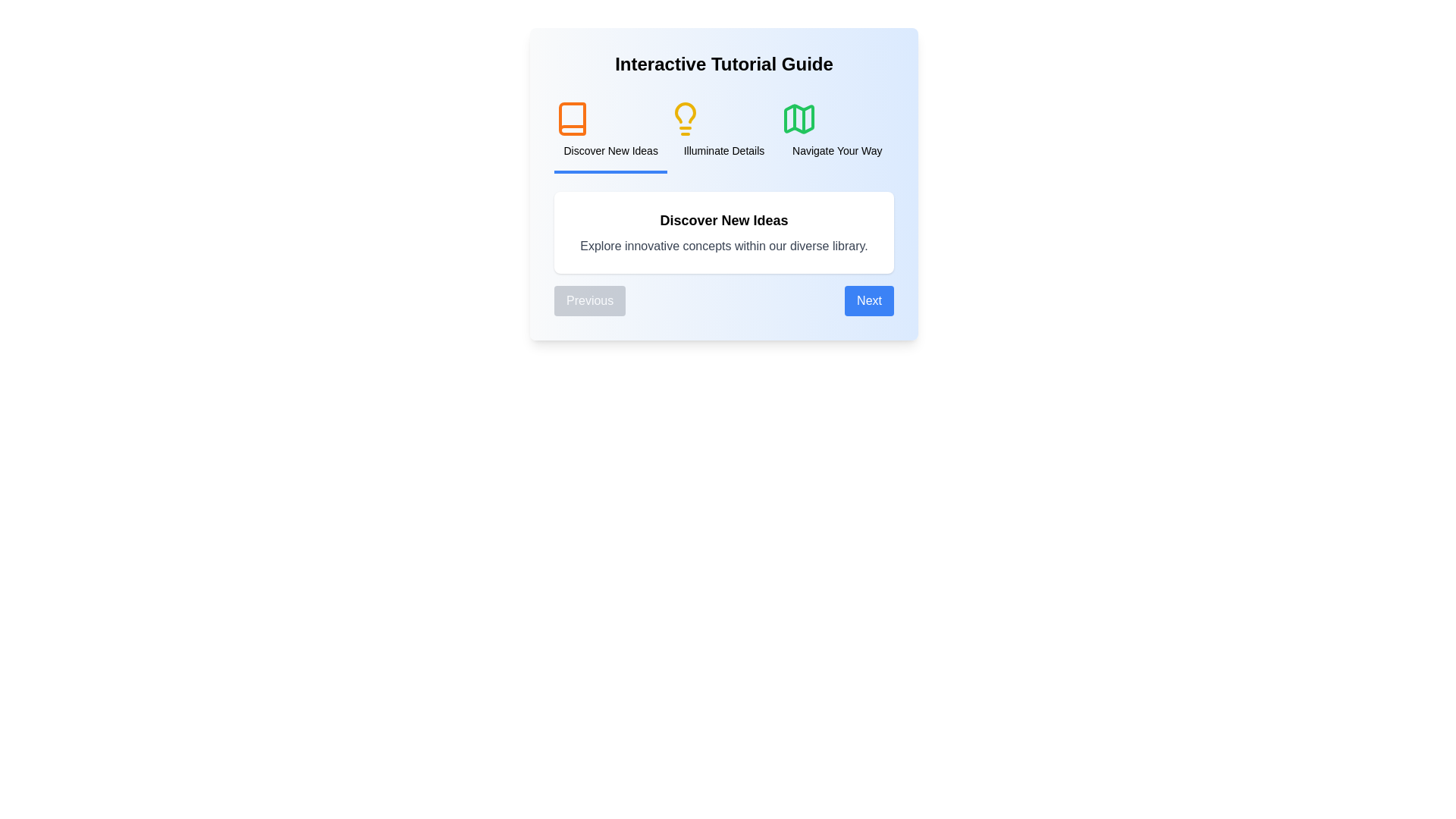  Describe the element at coordinates (723, 130) in the screenshot. I see `the title of the step labeled 'Illuminate Details' to navigate to it` at that location.